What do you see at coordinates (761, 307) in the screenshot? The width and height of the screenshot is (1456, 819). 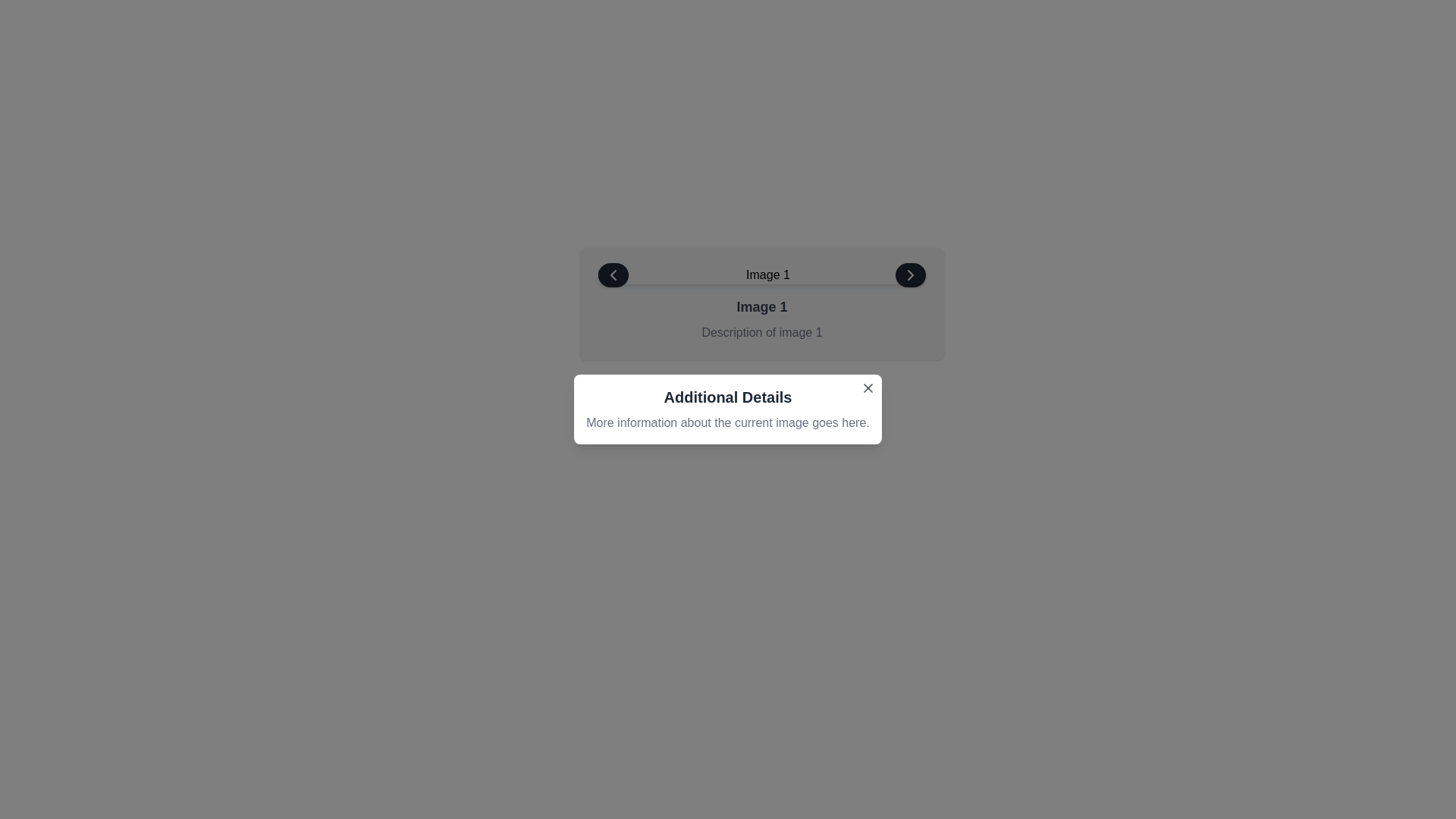 I see `the text label or heading element that reads 'Image 1', which is bold and dark gray, positioned centrally above the descriptive text` at bounding box center [761, 307].